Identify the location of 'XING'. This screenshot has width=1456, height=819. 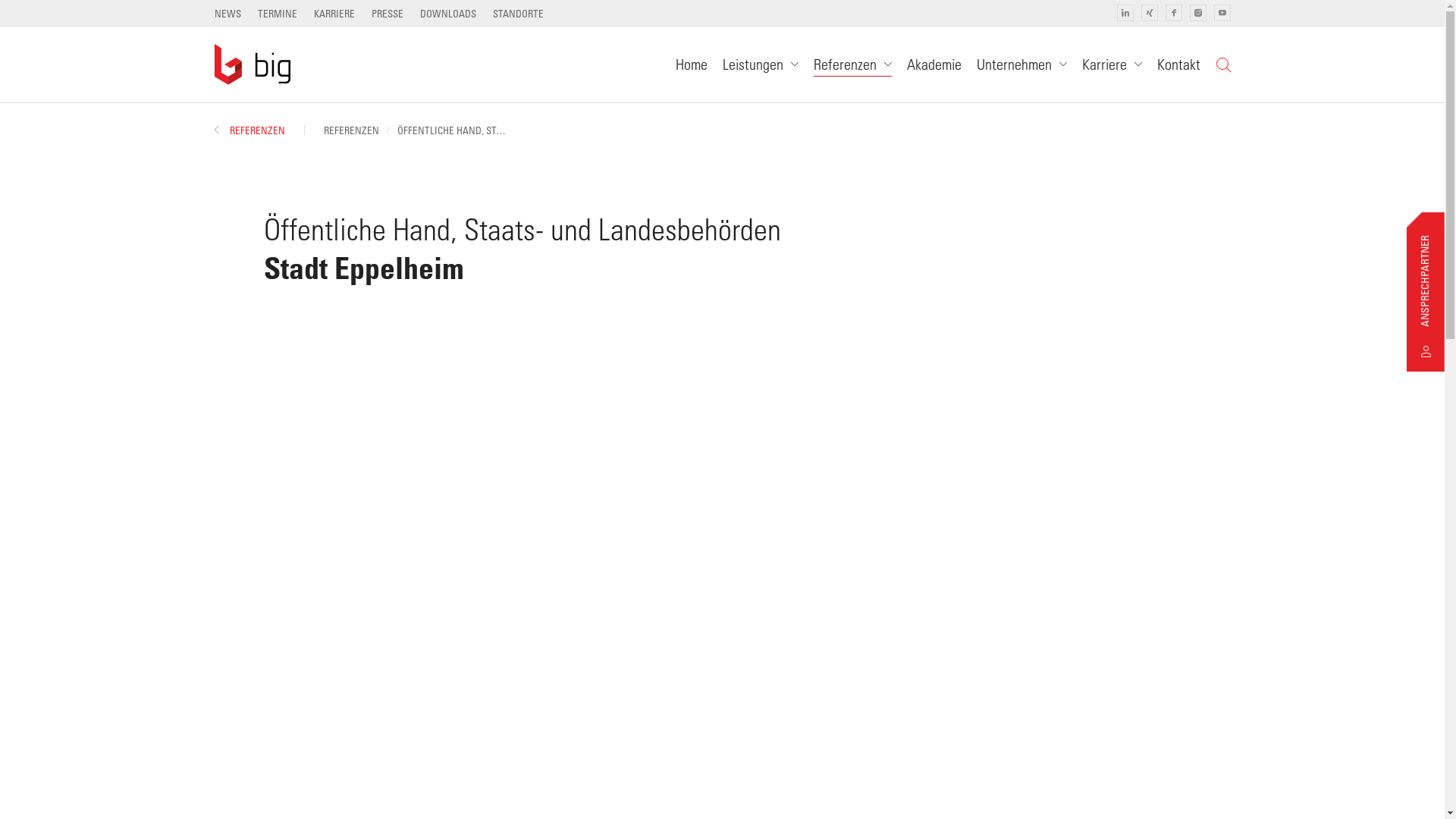
(1149, 12).